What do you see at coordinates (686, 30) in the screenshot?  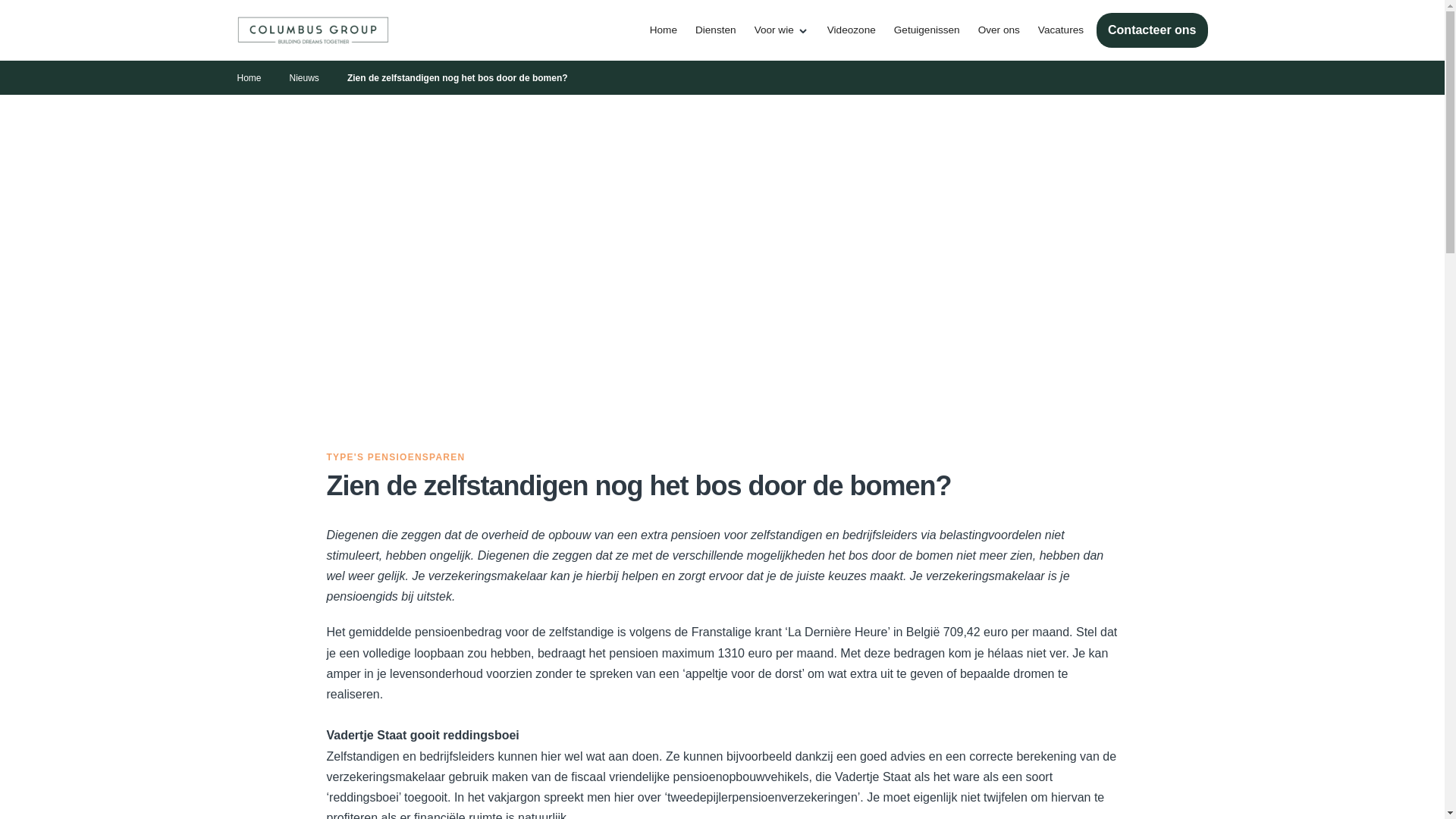 I see `'Diensten'` at bounding box center [686, 30].